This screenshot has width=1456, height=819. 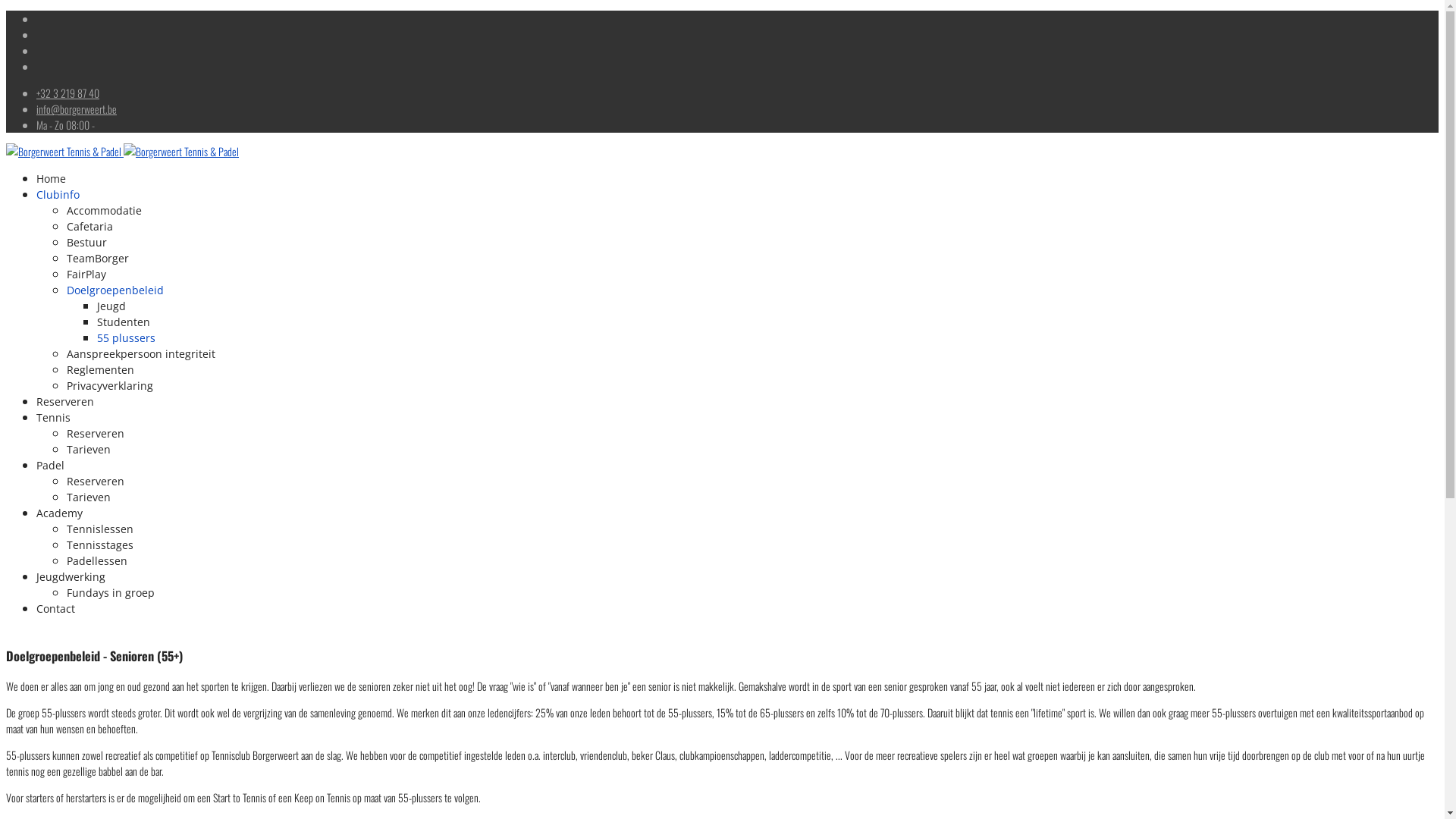 What do you see at coordinates (111, 306) in the screenshot?
I see `'Jeugd'` at bounding box center [111, 306].